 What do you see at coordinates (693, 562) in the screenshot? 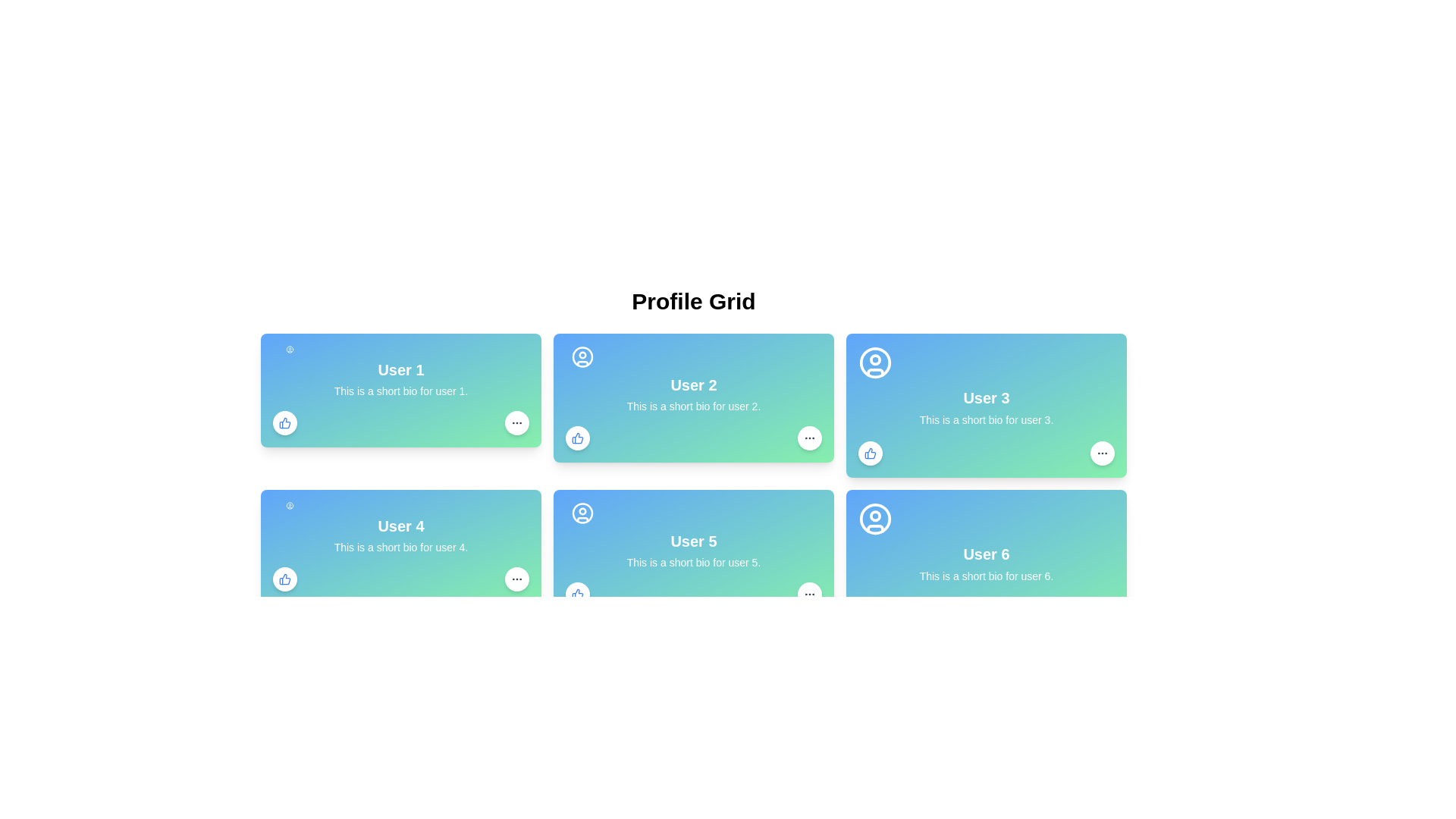
I see `text block displaying 'This is a short bio for user 5.' located within the 'User 5' profile card, positioned directly below the card's title` at bounding box center [693, 562].